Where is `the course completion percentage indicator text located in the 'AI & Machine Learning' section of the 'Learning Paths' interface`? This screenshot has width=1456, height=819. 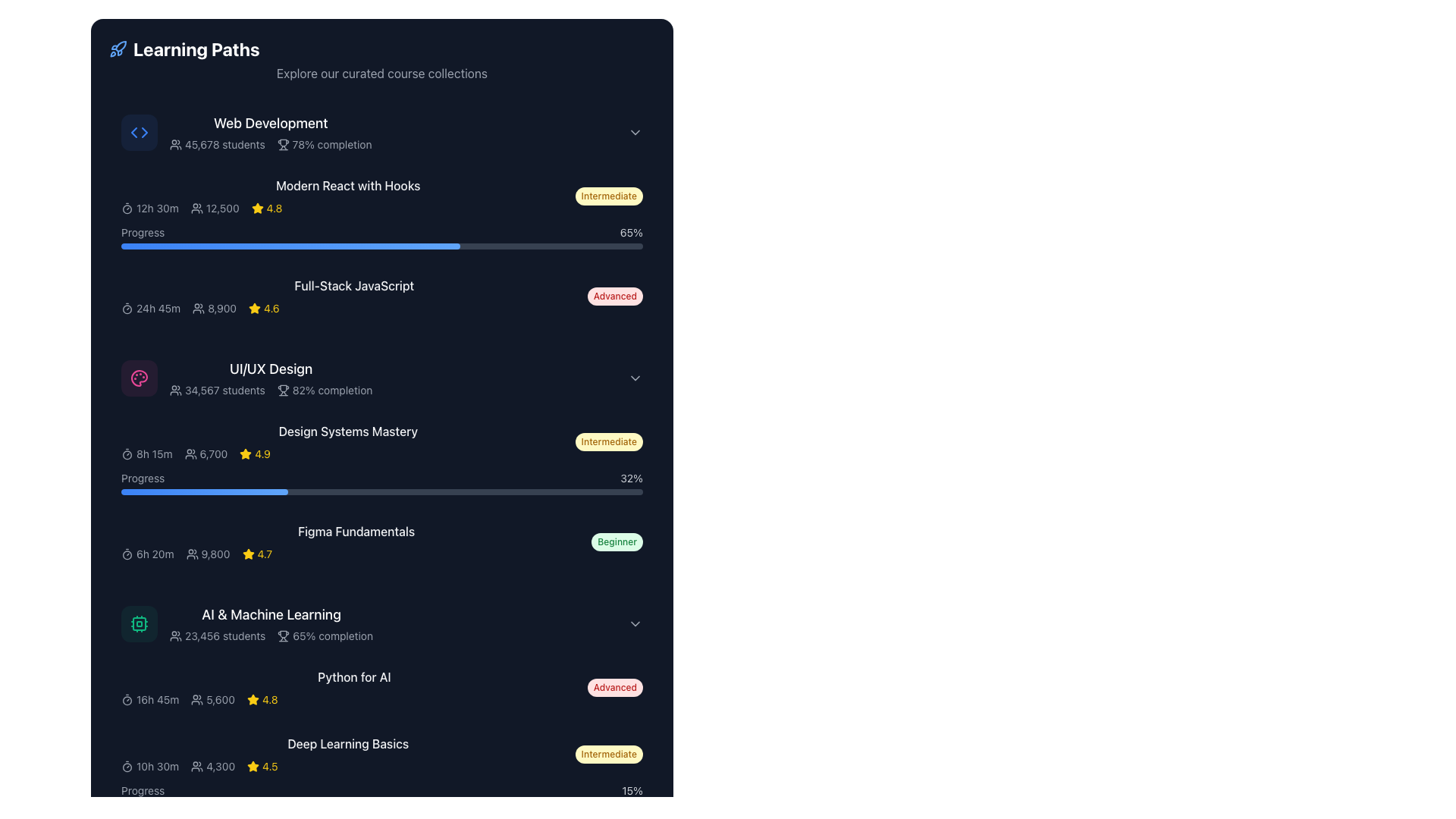
the course completion percentage indicator text located in the 'AI & Machine Learning' section of the 'Learning Paths' interface is located at coordinates (325, 636).